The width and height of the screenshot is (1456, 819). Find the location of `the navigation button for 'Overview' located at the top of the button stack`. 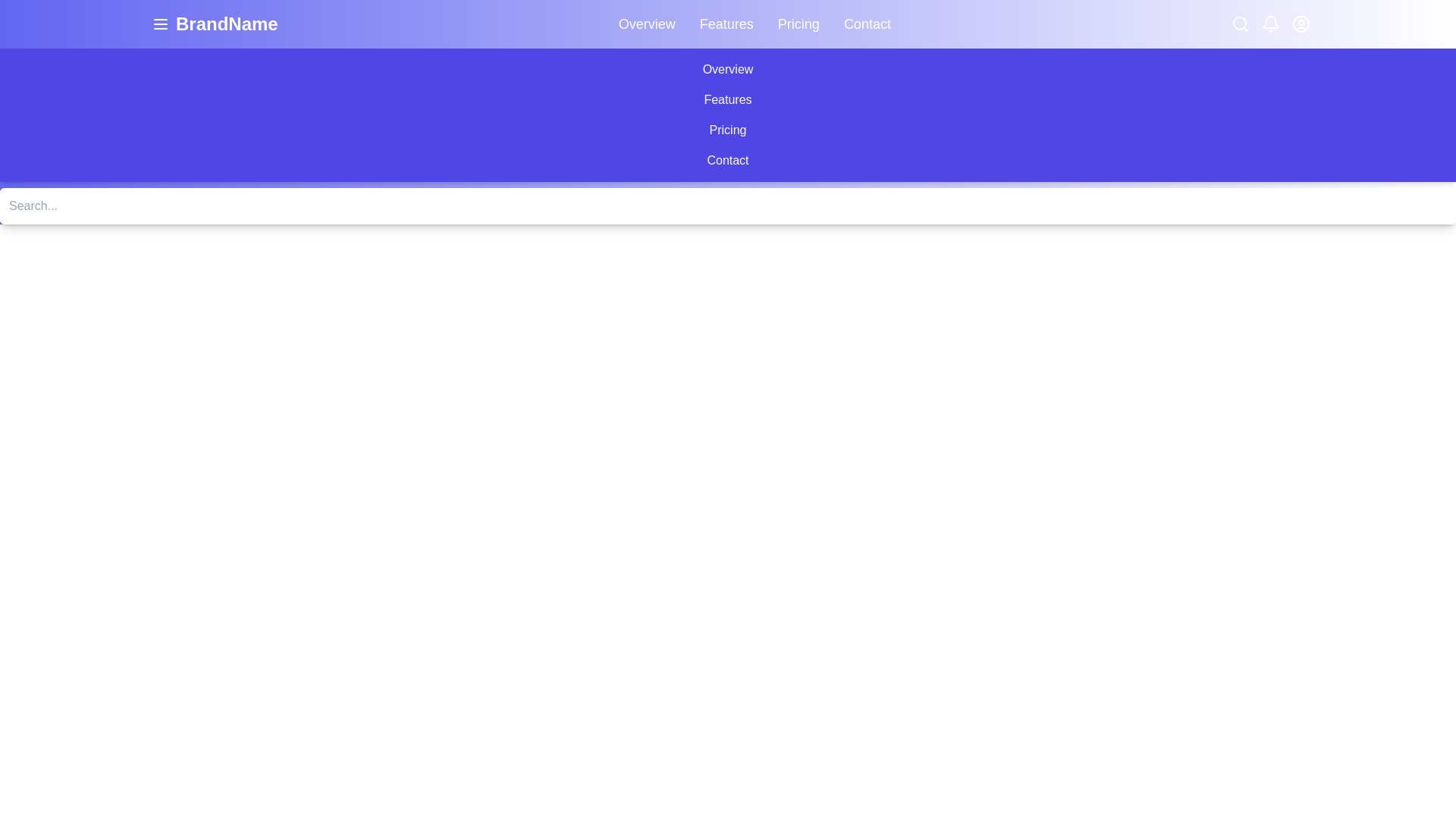

the navigation button for 'Overview' located at the top of the button stack is located at coordinates (728, 70).